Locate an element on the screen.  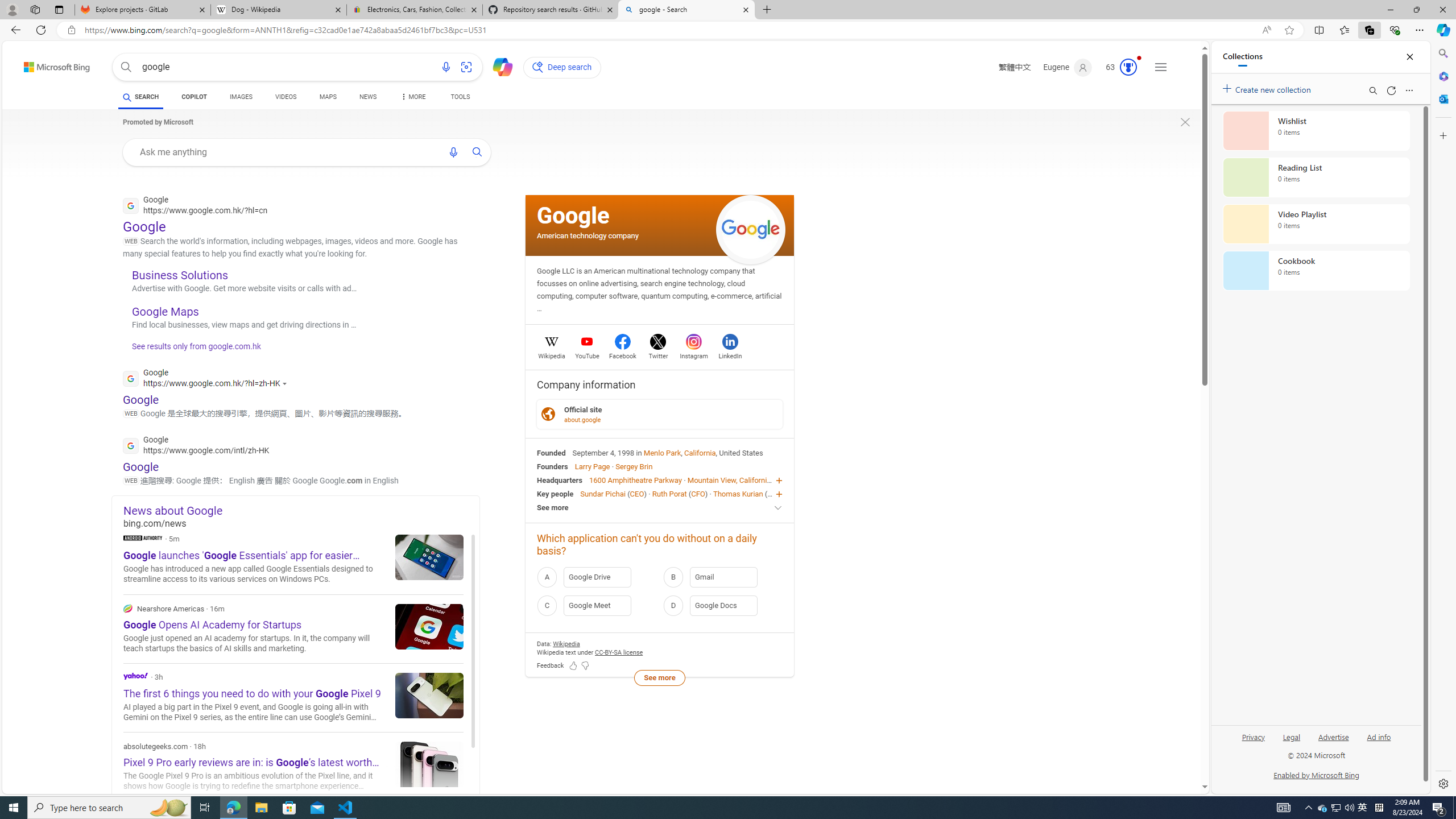
'SEARCH' is located at coordinates (140, 96).